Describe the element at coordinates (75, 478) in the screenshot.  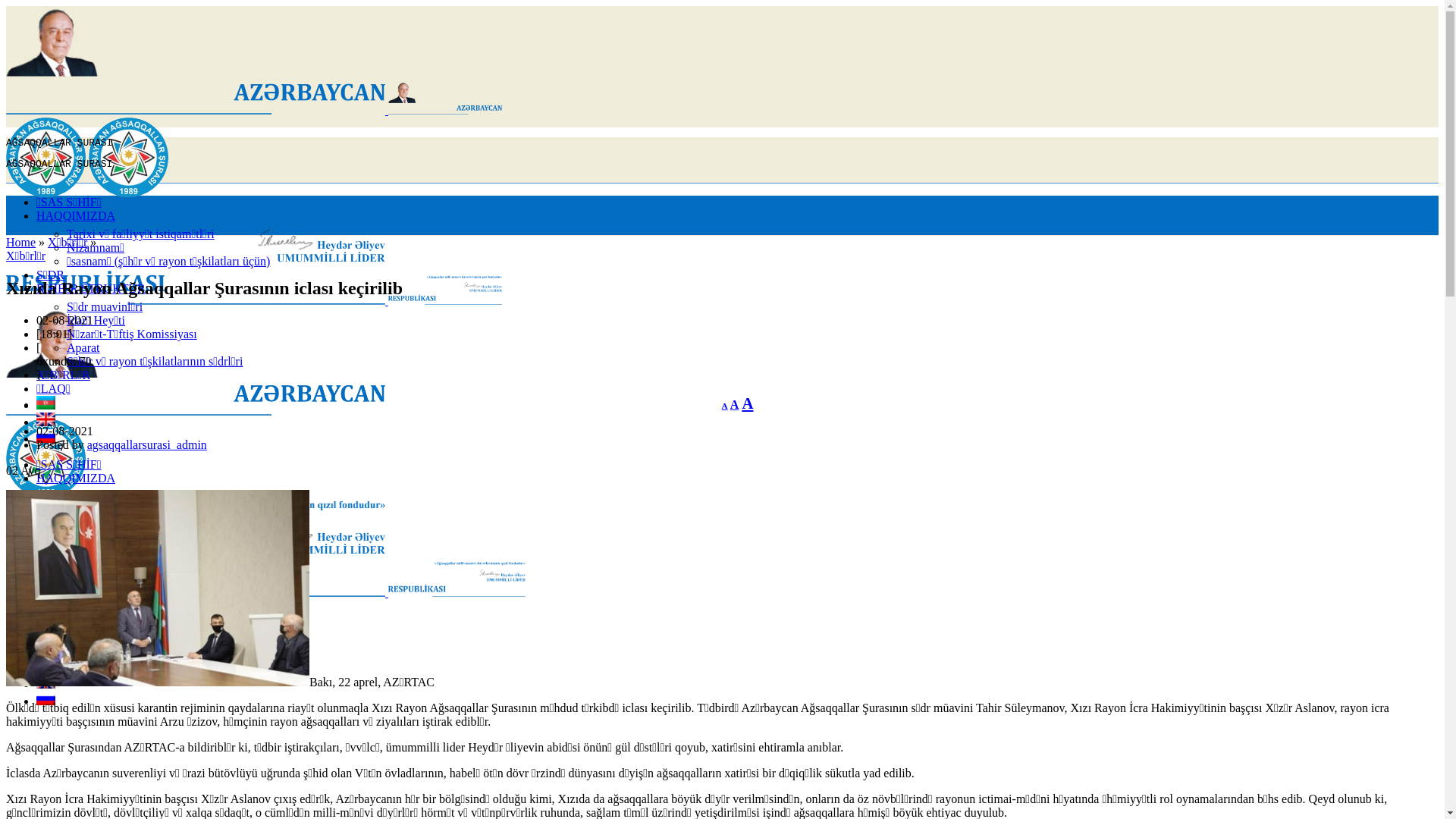
I see `'HAQQIMIZDA'` at that location.